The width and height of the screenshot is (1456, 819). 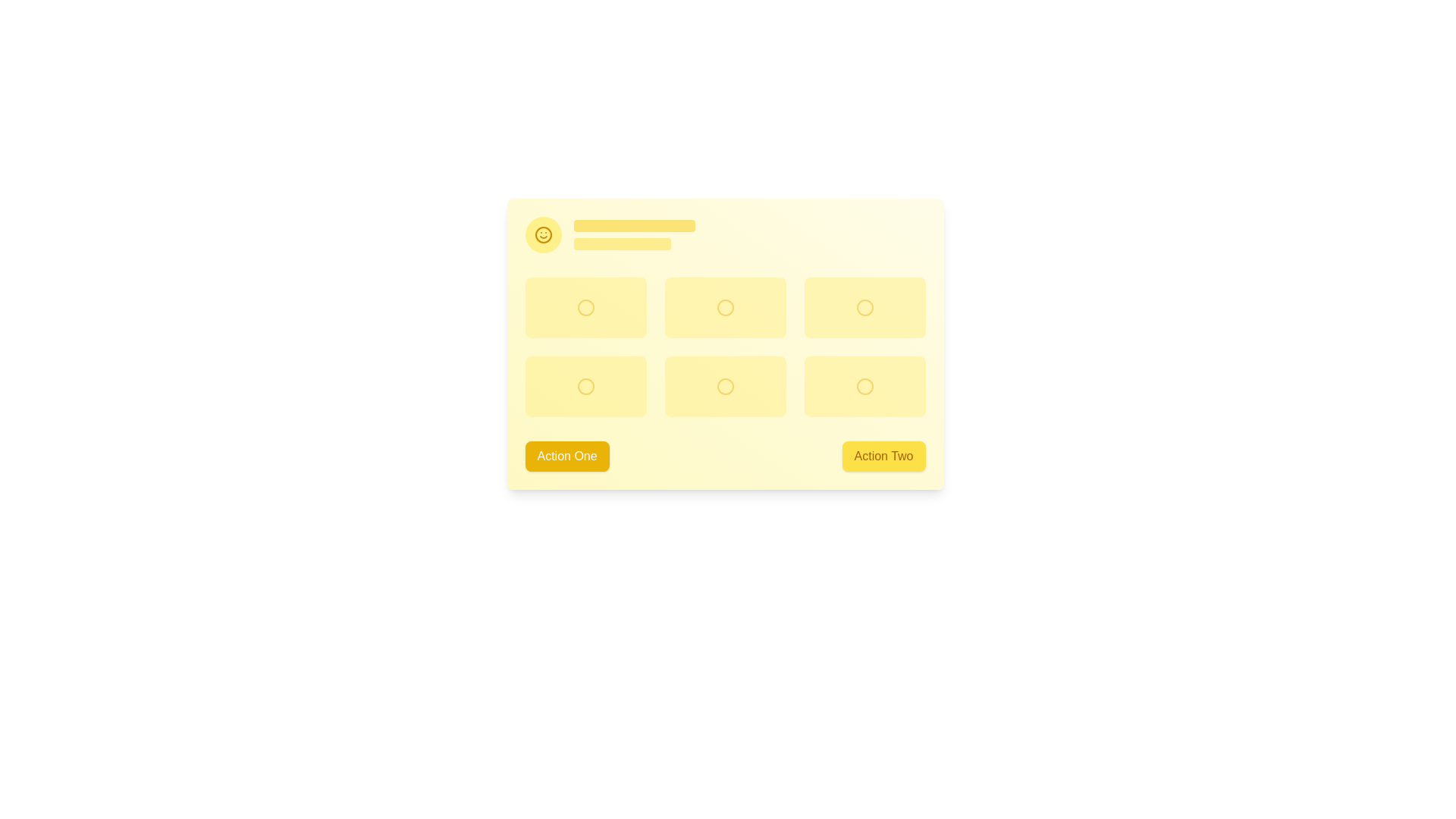 What do you see at coordinates (634, 225) in the screenshot?
I see `the loading placeholder graphic located in the upper section of the card, which indicates an area for dynamic content` at bounding box center [634, 225].